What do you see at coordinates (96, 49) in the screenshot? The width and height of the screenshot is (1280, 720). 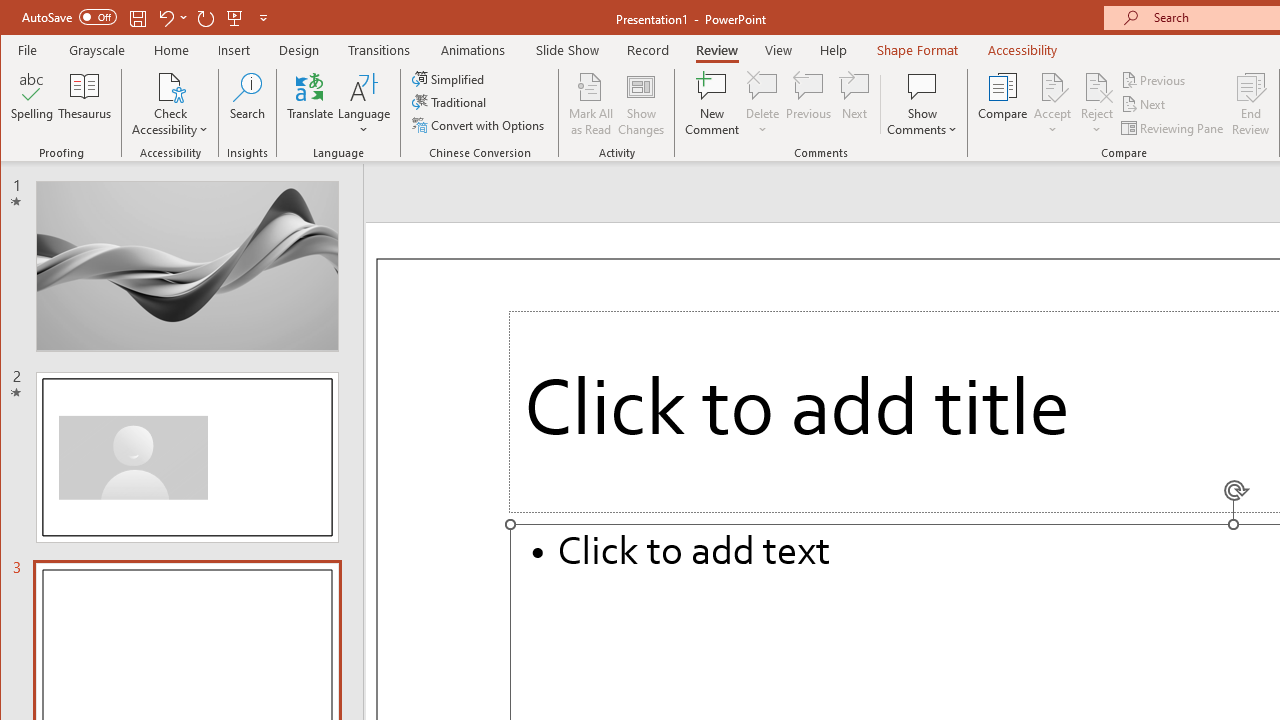 I see `'Grayscale'` at bounding box center [96, 49].